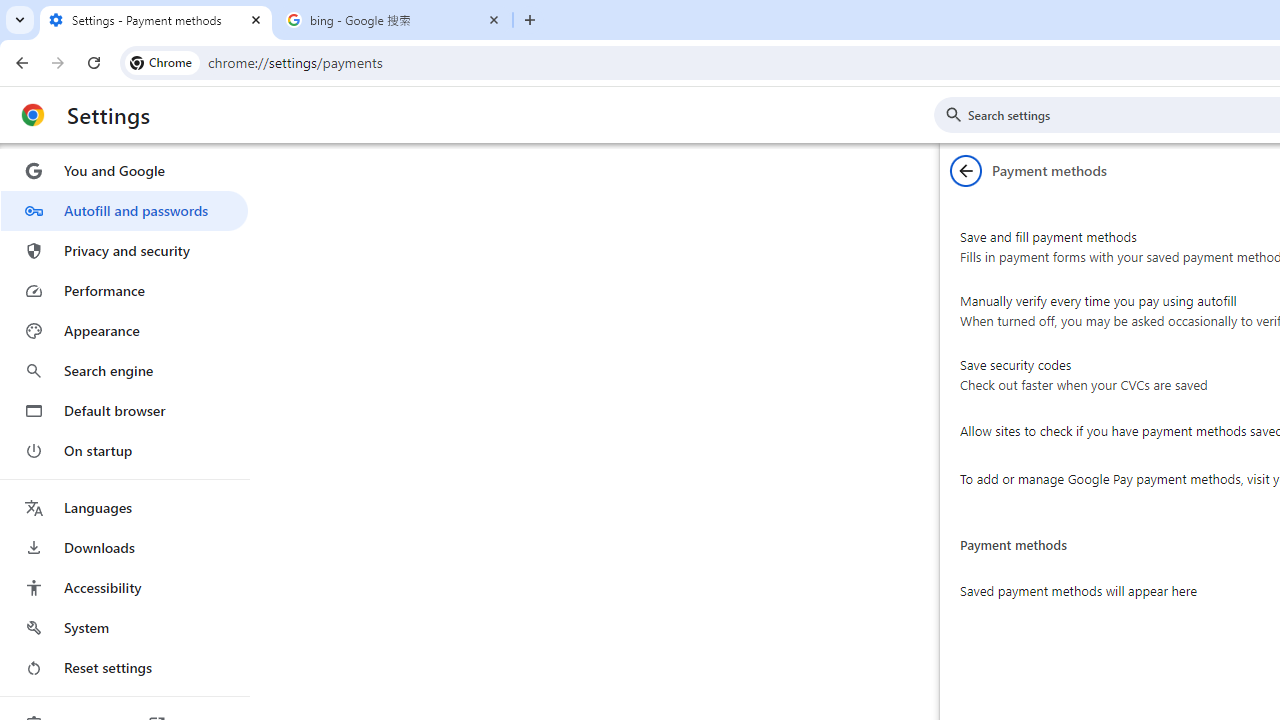  I want to click on 'Autofill and passwords', so click(123, 210).